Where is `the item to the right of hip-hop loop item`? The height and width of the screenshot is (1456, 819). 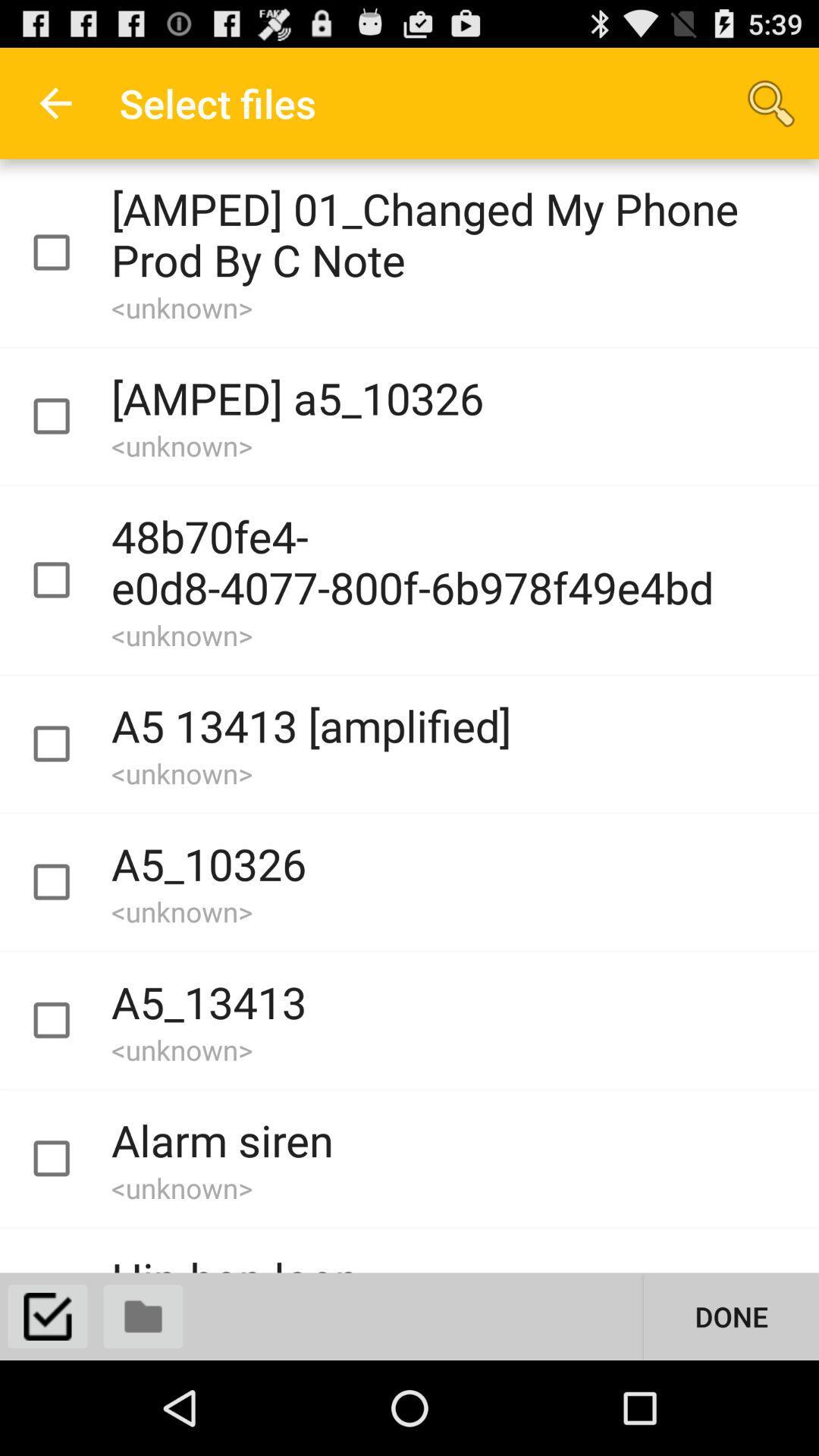
the item to the right of hip-hop loop item is located at coordinates (730, 1316).